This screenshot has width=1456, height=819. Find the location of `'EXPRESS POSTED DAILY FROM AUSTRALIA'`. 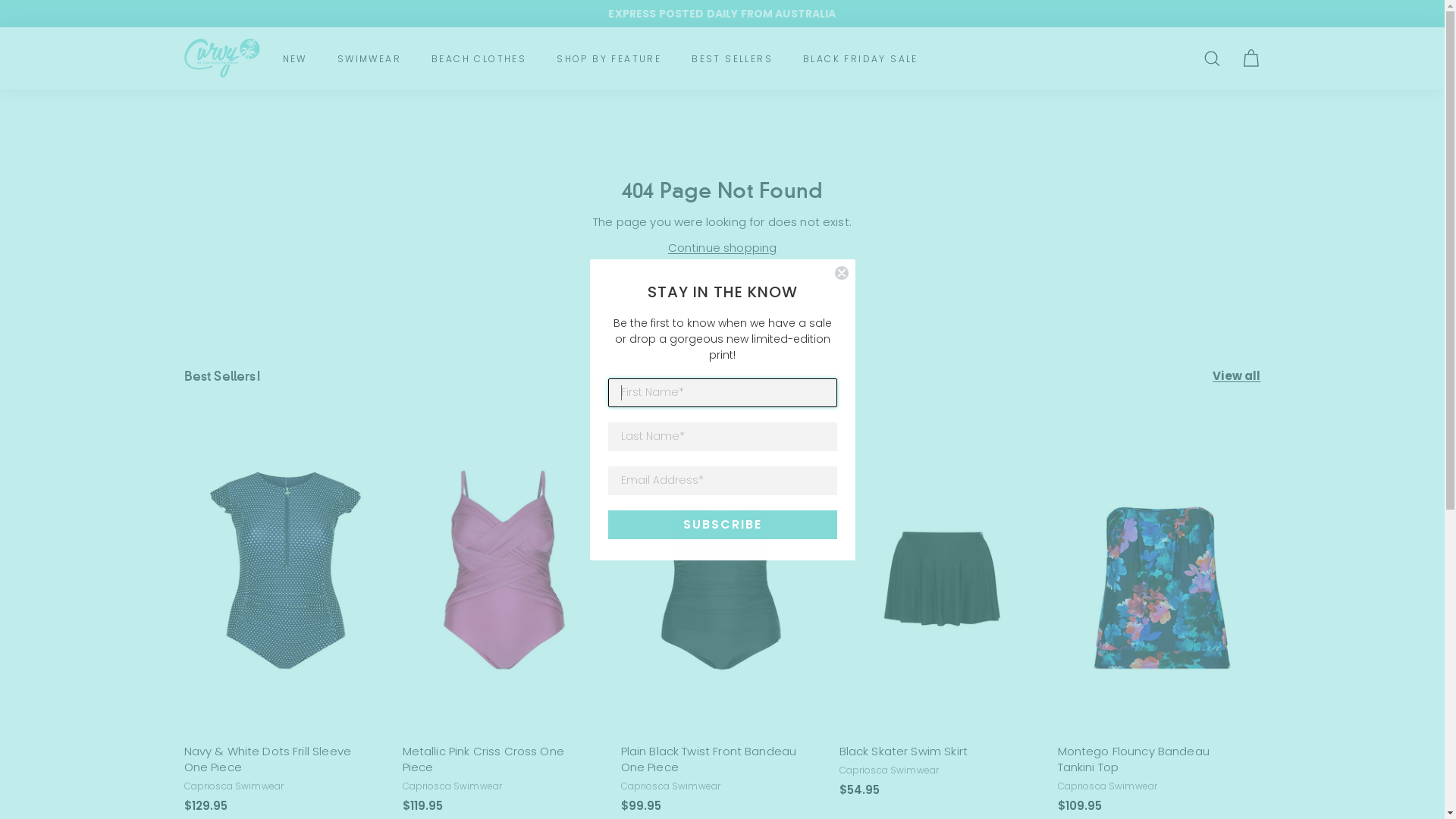

'EXPRESS POSTED DAILY FROM AUSTRALIA' is located at coordinates (720, 14).